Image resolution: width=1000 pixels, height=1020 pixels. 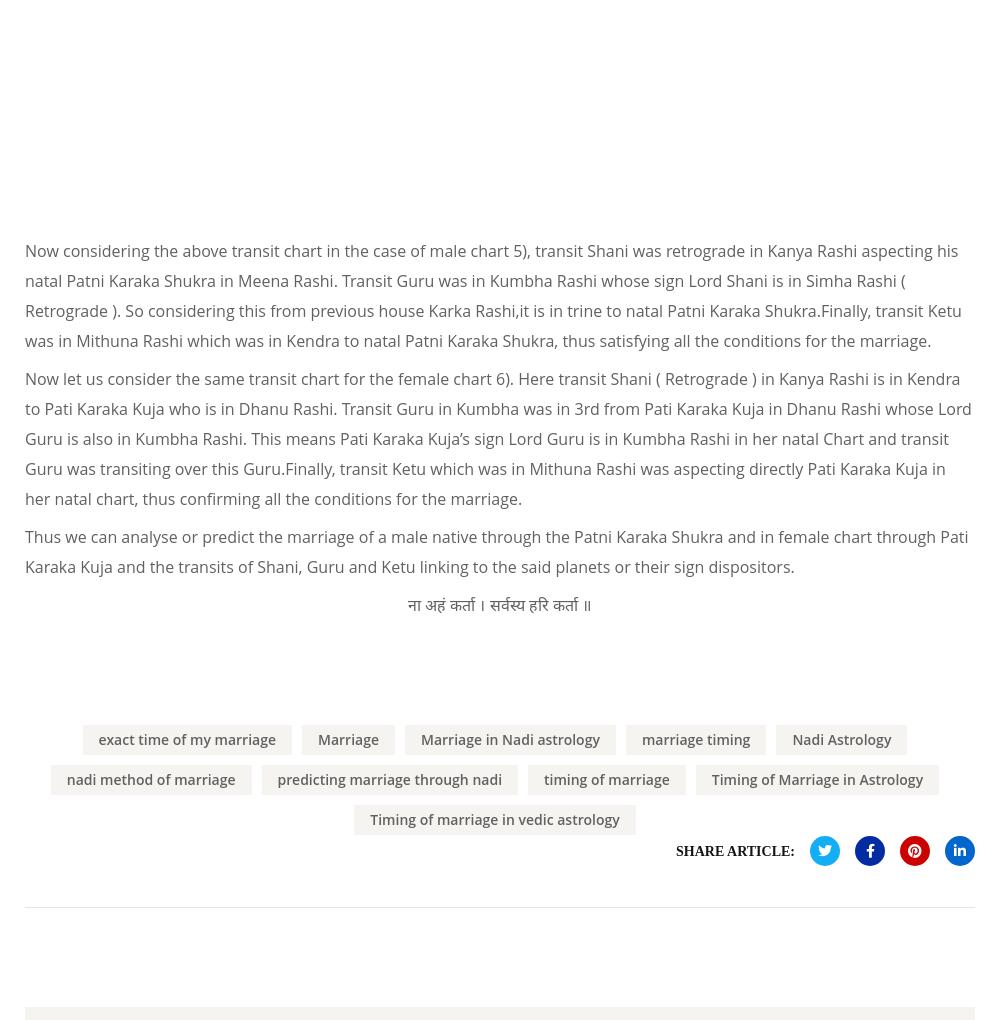 What do you see at coordinates (65, 777) in the screenshot?
I see `'nadi method of marriage'` at bounding box center [65, 777].